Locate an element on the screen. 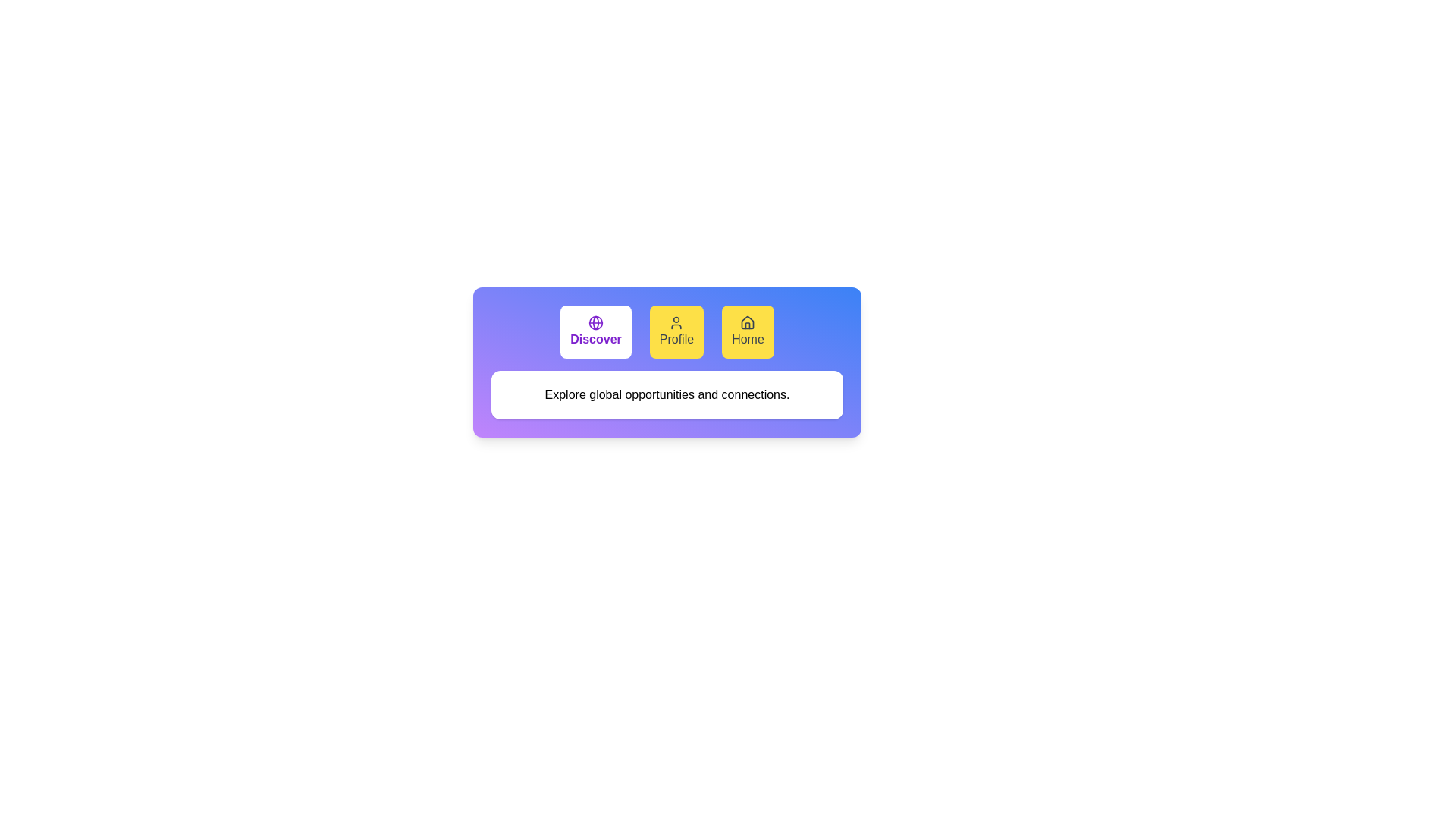  the globe icon portion of the 'Discover' button, which is styled in purple and white and located at the top left of the button group is located at coordinates (595, 322).